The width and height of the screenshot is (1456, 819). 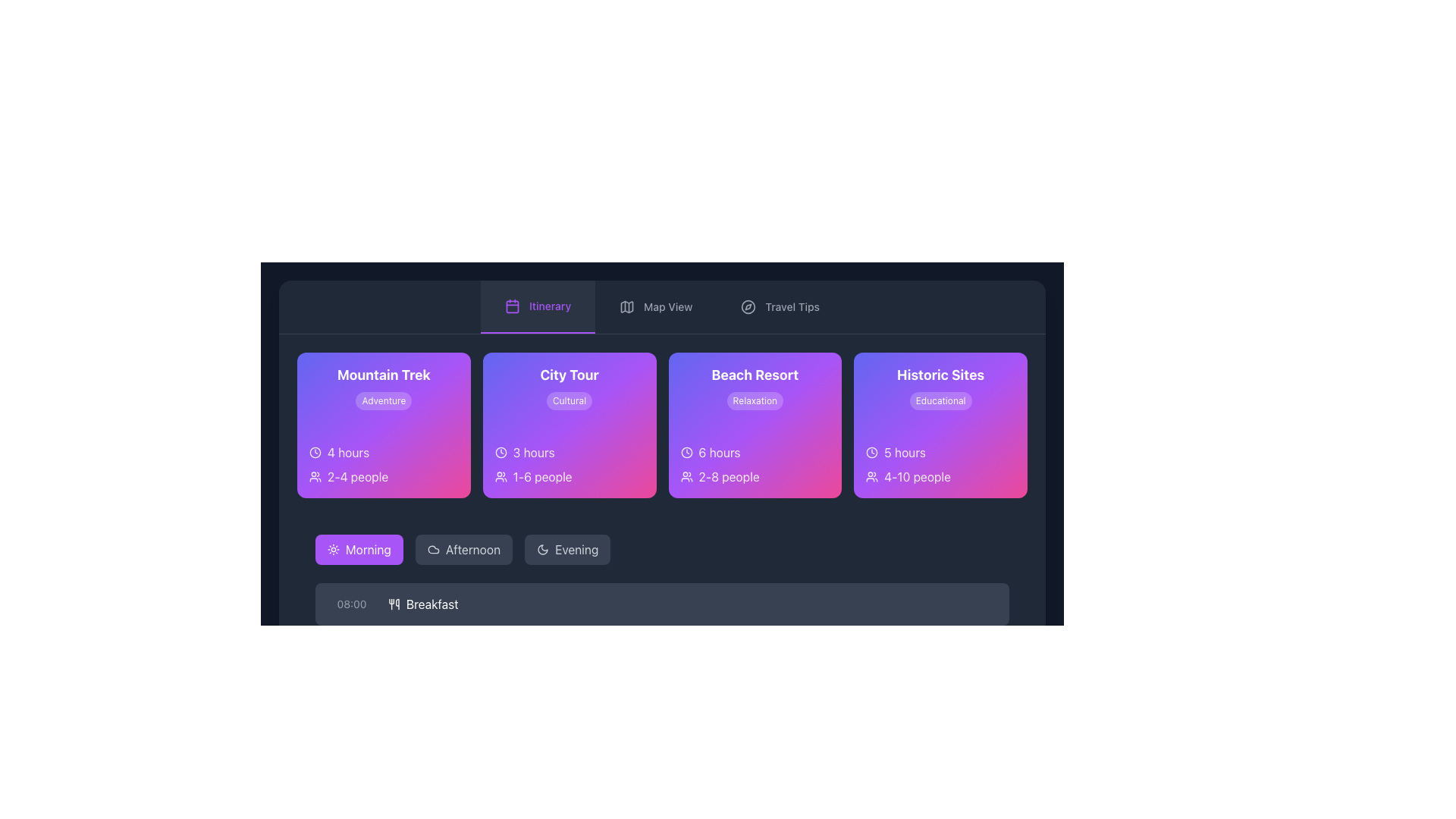 I want to click on the Text label that conveys the duration of the 'Historic Sites' activity, located beneath the title and category label, and right of the clock icon, so click(x=905, y=452).